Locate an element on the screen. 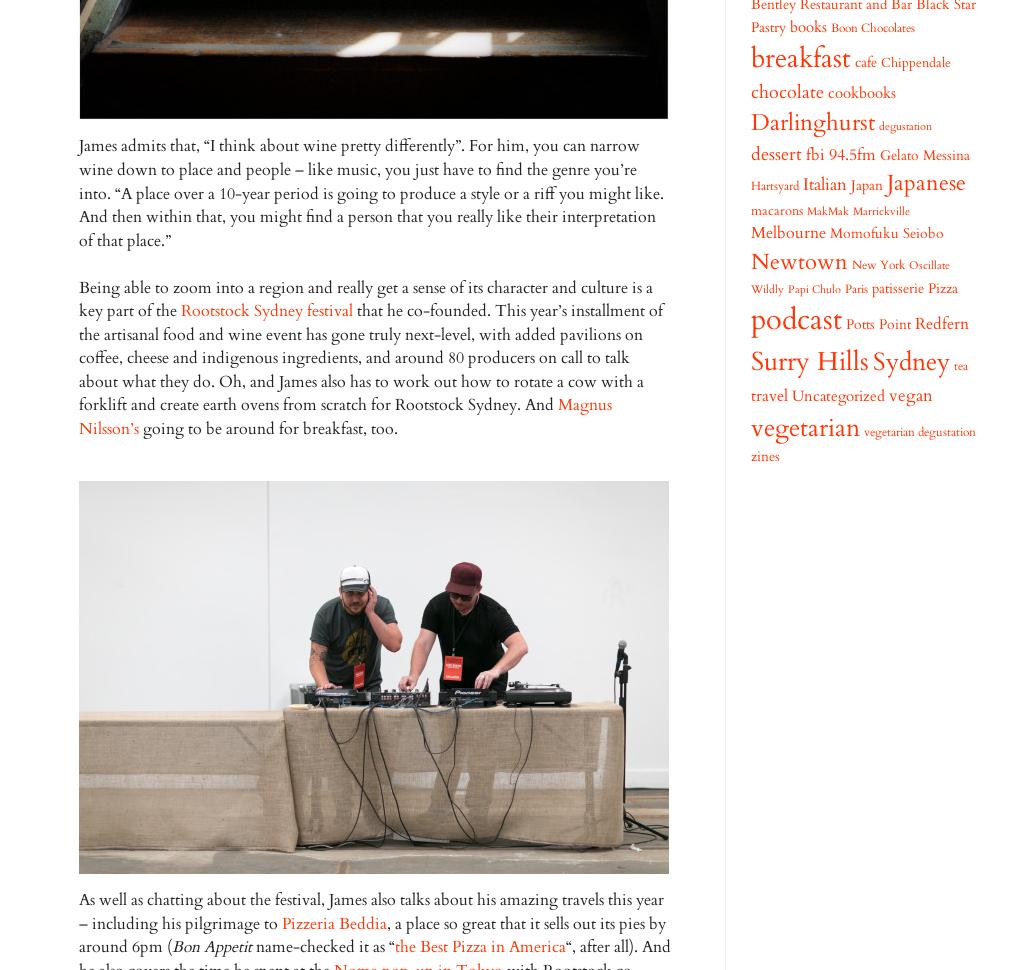 This screenshot has width=1013, height=970. 'cafe' is located at coordinates (865, 61).